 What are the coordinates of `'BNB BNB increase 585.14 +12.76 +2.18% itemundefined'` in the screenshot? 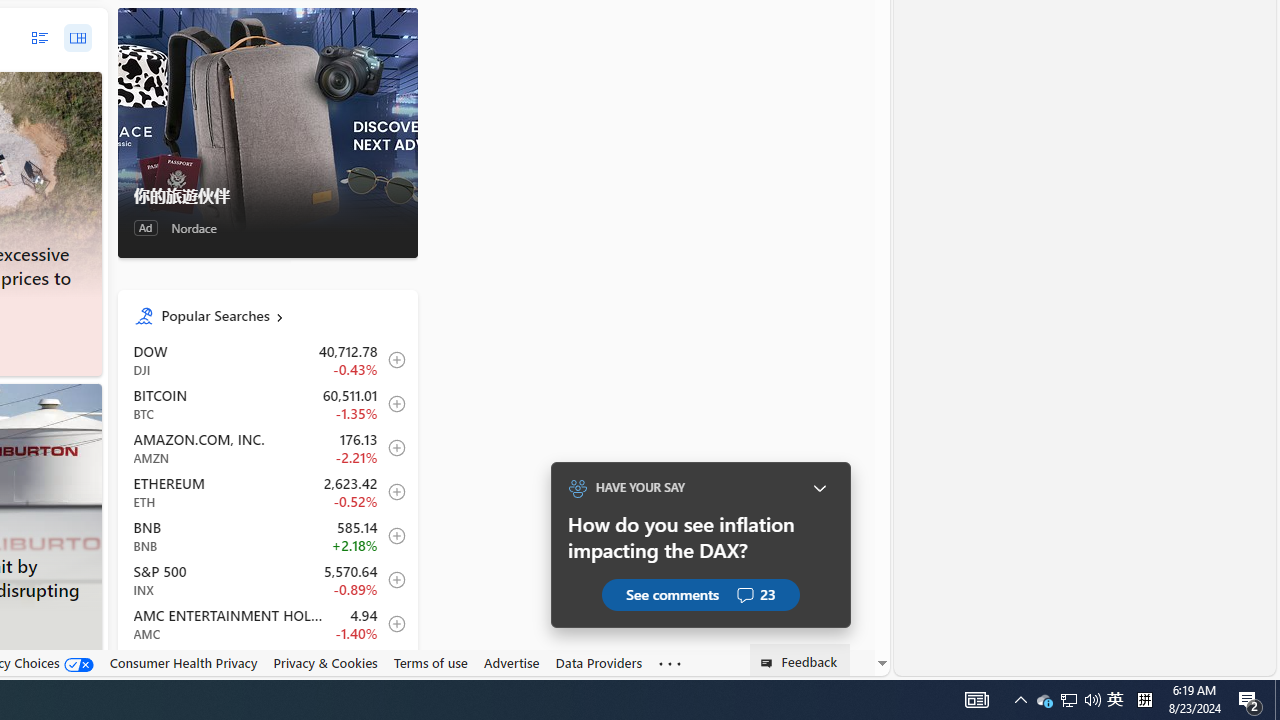 It's located at (266, 535).